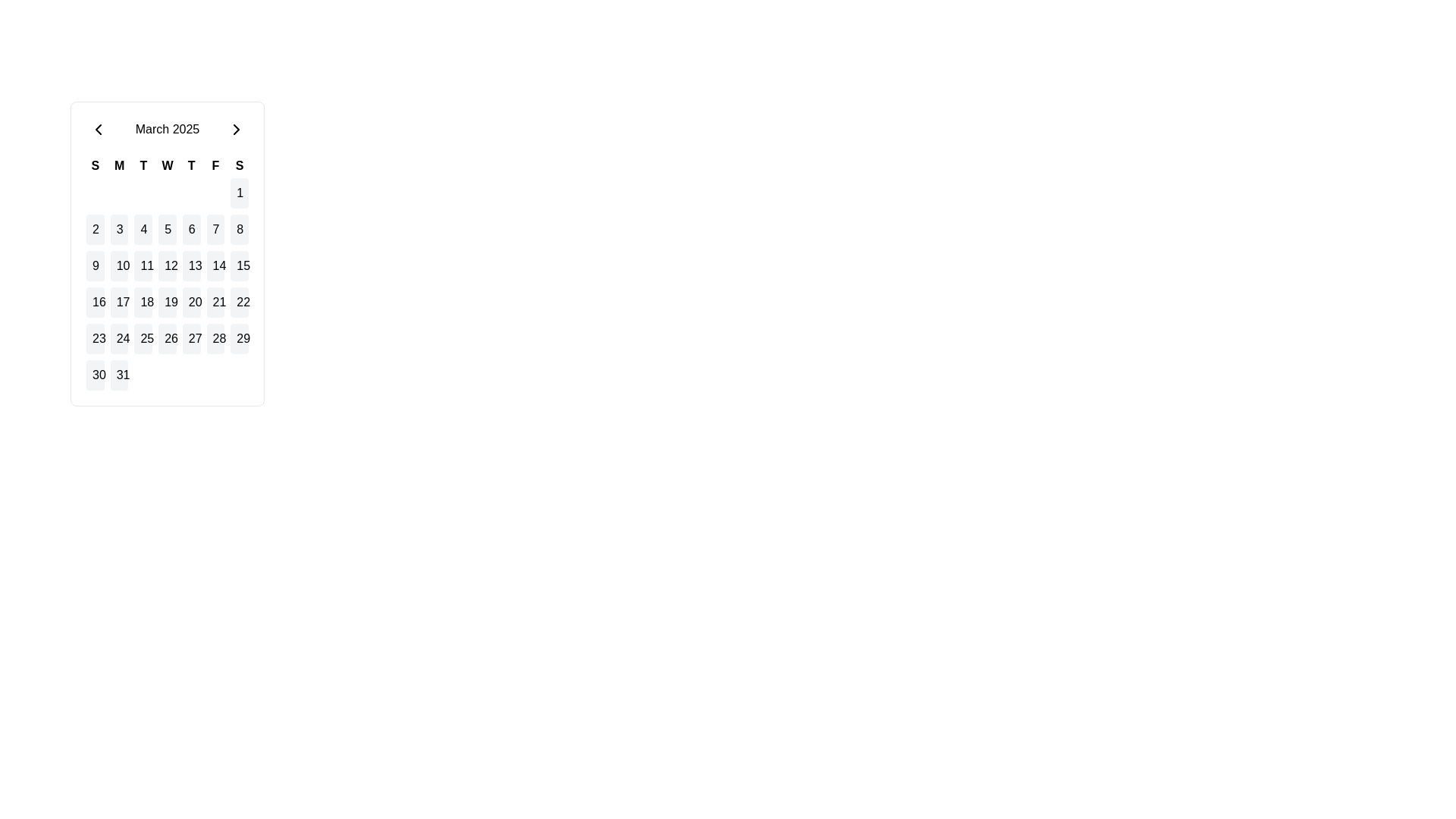 This screenshot has height=819, width=1456. Describe the element at coordinates (118, 166) in the screenshot. I see `the 'M' text label representing Monday in the weekly calendar grid, which is the second item in the first row of bold weekday initials` at that location.